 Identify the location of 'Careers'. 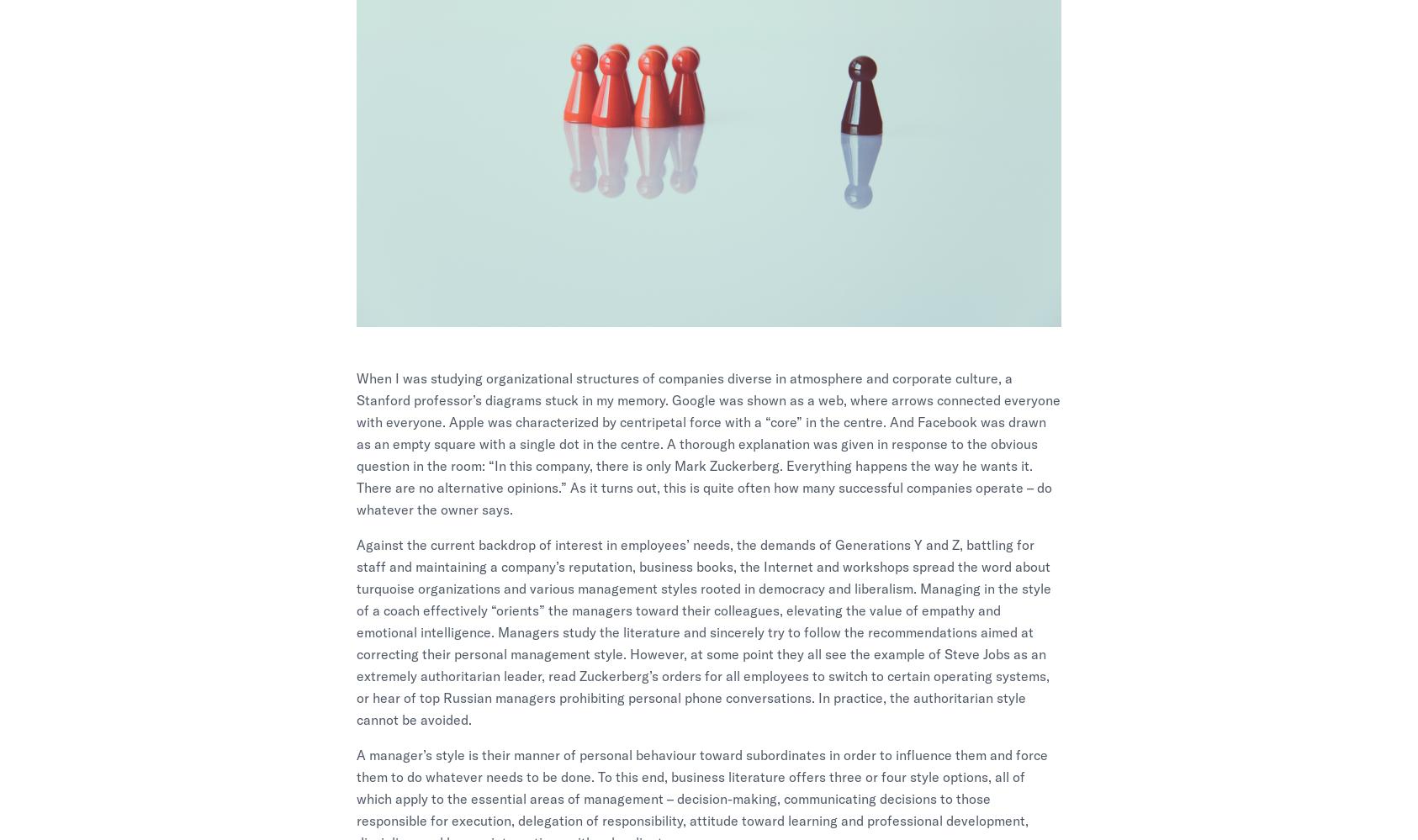
(728, 649).